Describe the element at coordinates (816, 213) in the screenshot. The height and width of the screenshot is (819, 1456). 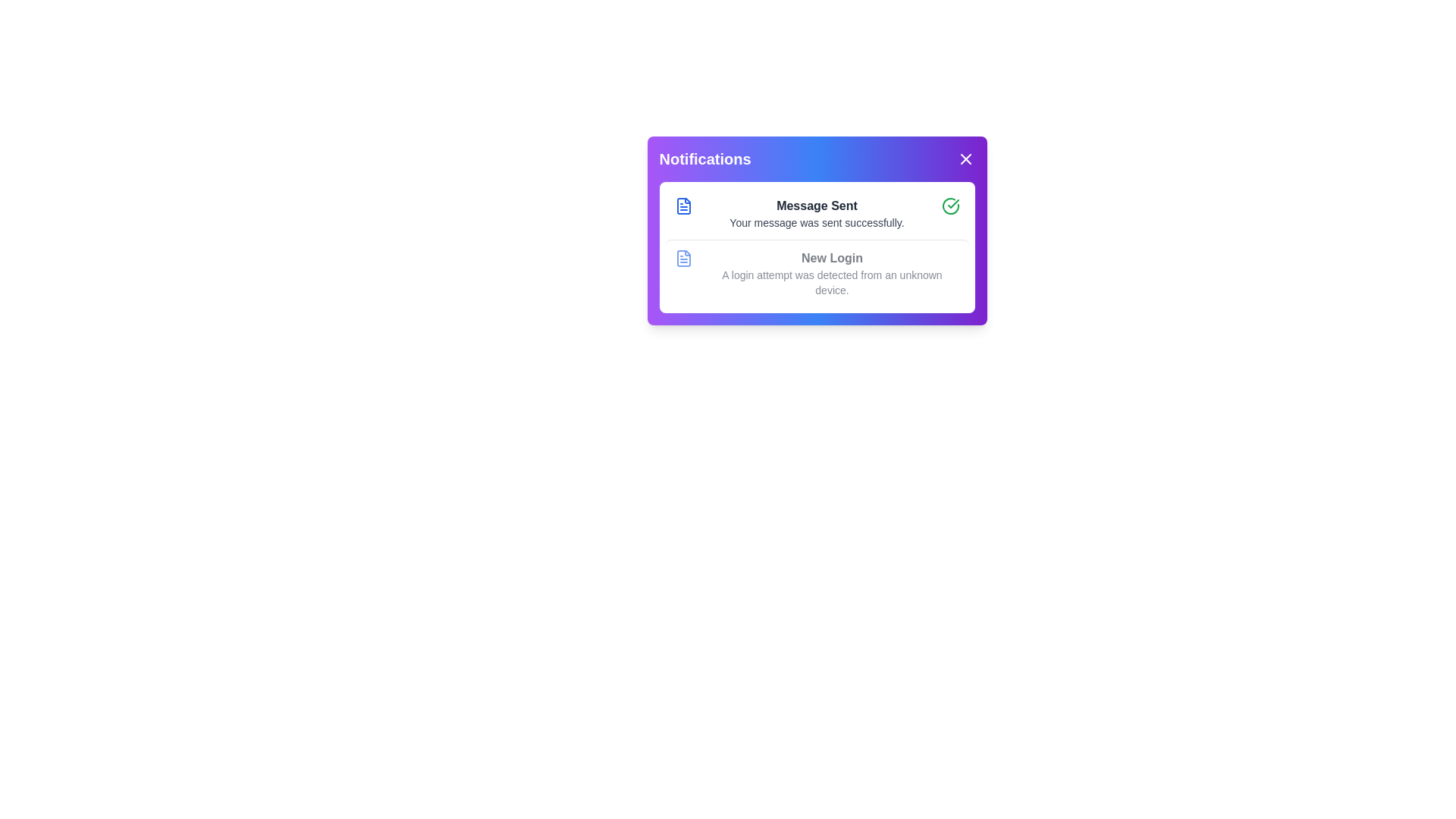
I see `message content of the first notification in the centered notification panel indicating successful message sending, which is located above the 'New Login' notification` at that location.